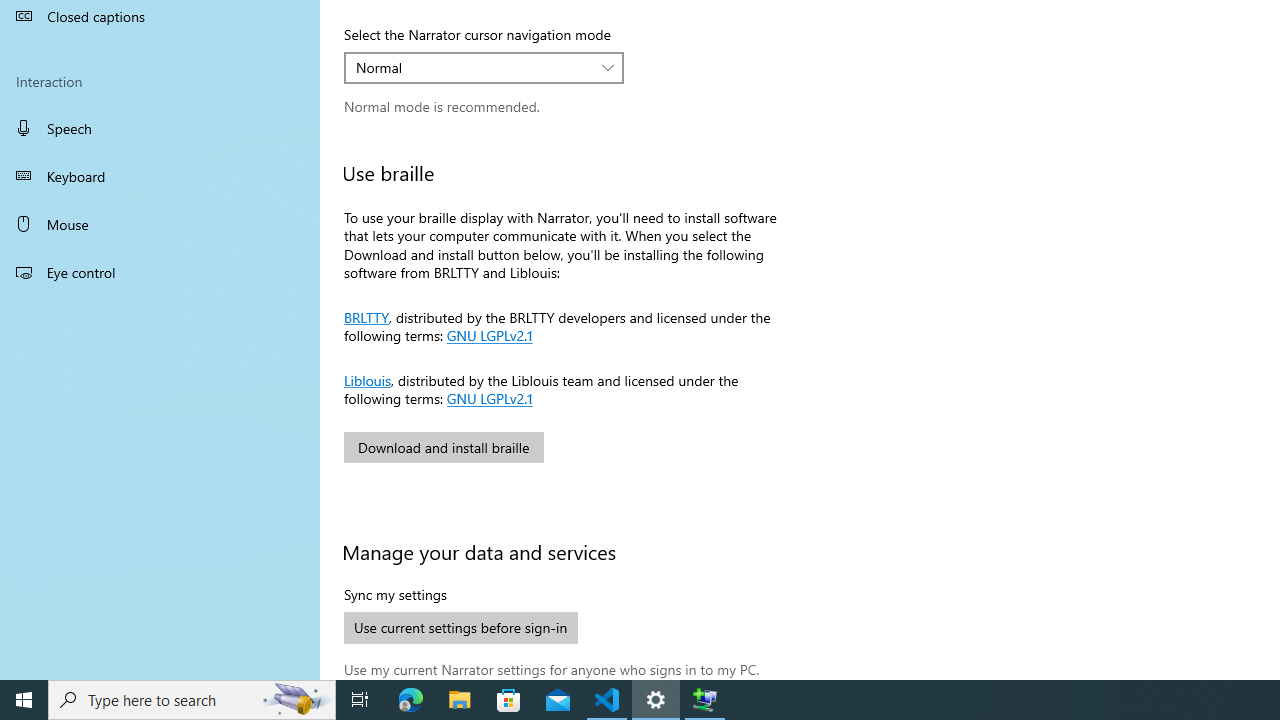 This screenshot has width=1280, height=720. I want to click on 'Start', so click(24, 698).